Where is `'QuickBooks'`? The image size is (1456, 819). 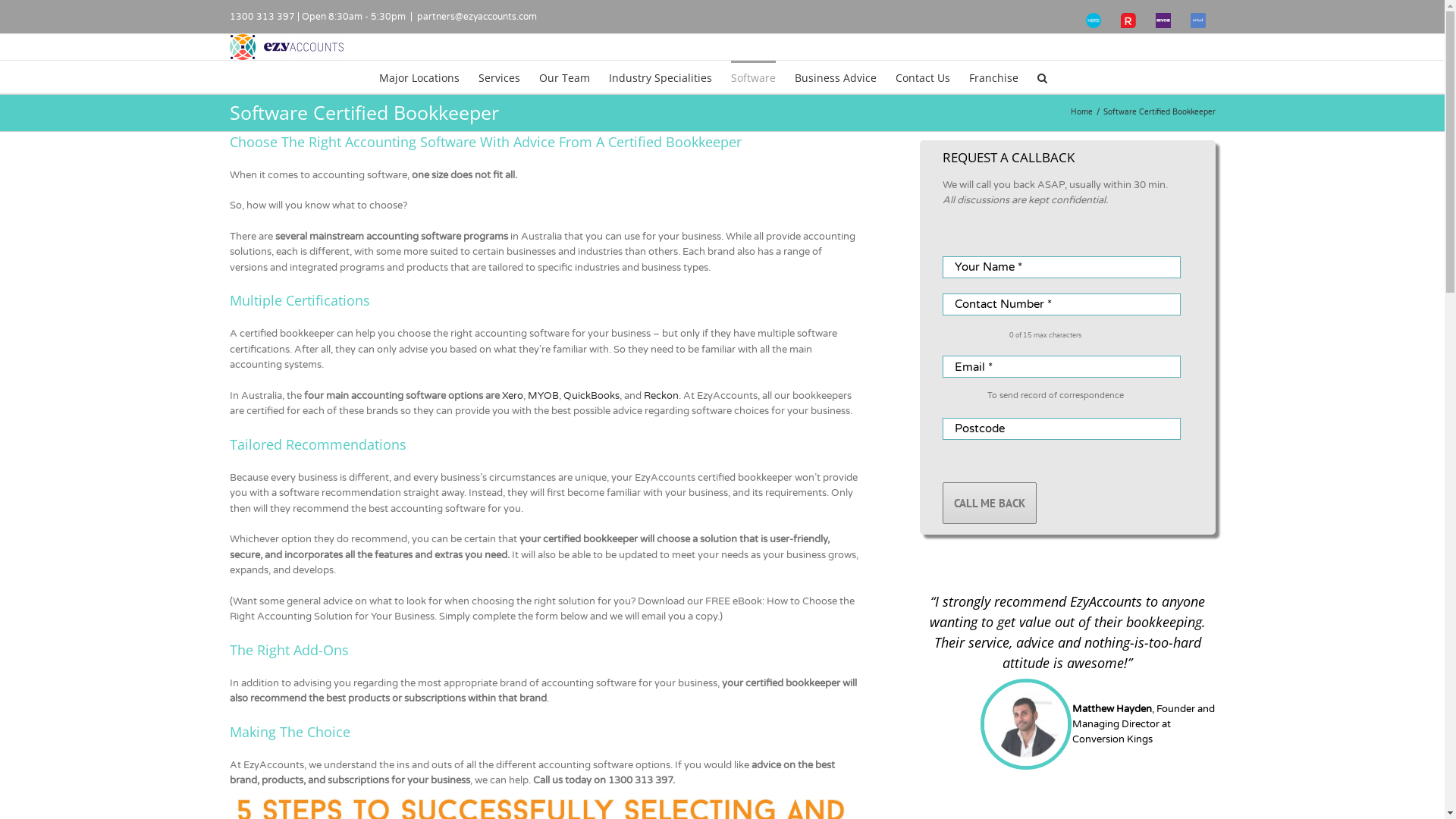
'QuickBooks' is located at coordinates (589, 394).